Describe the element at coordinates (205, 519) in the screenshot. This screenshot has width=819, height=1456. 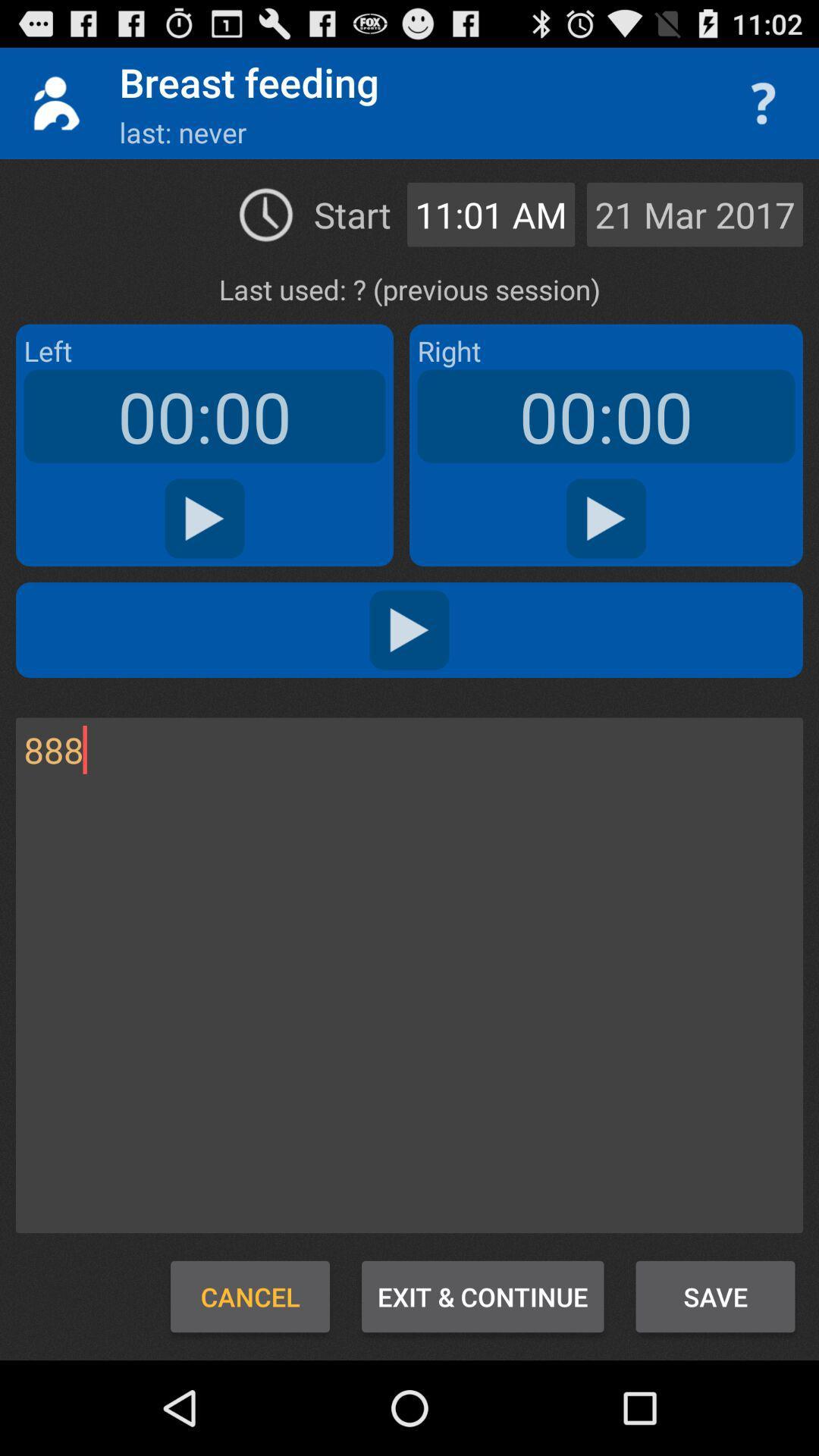
I see `start left countdown` at that location.